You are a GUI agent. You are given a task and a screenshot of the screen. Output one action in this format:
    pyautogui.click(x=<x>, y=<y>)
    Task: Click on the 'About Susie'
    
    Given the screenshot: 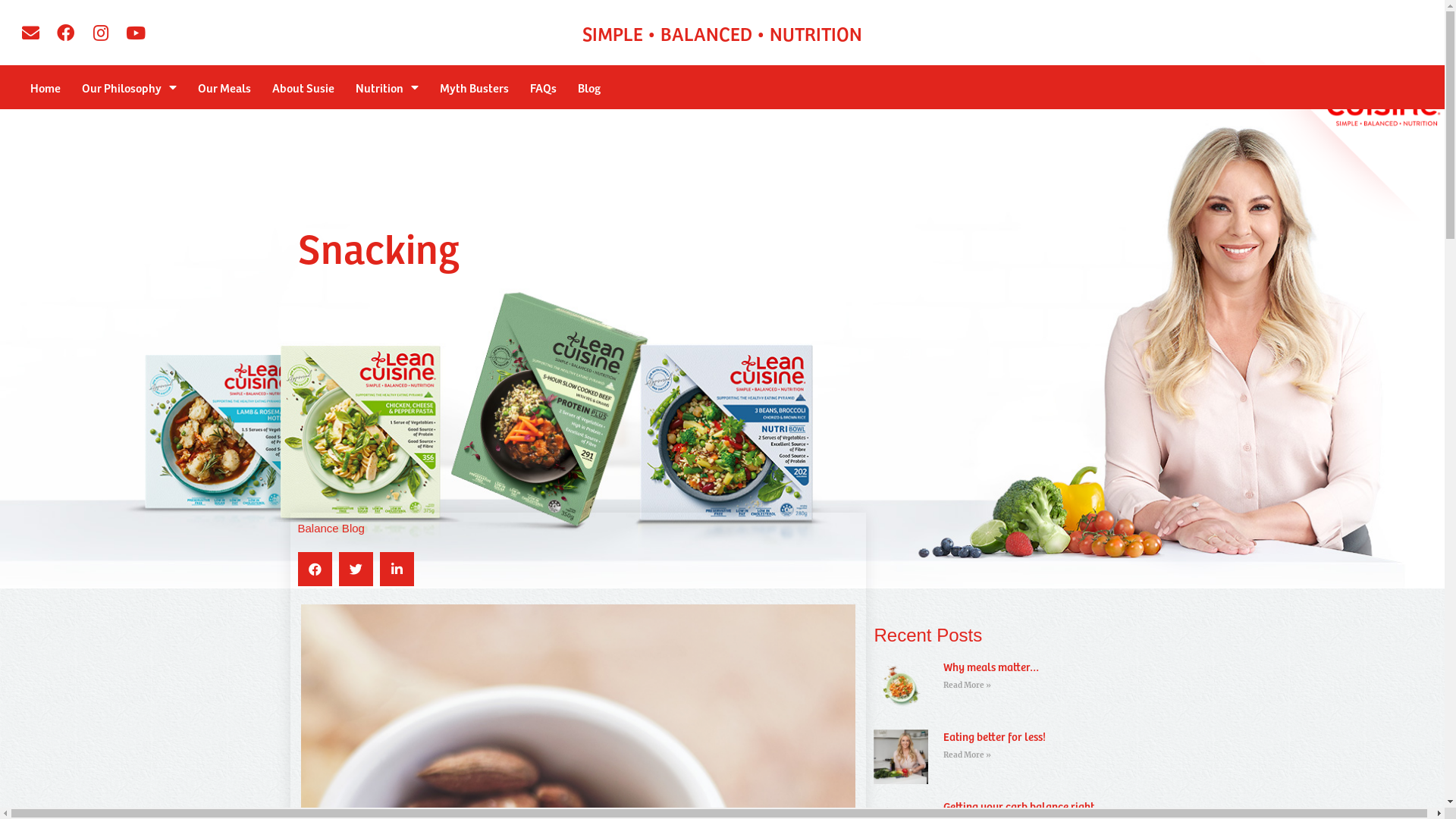 What is the action you would take?
    pyautogui.click(x=262, y=87)
    